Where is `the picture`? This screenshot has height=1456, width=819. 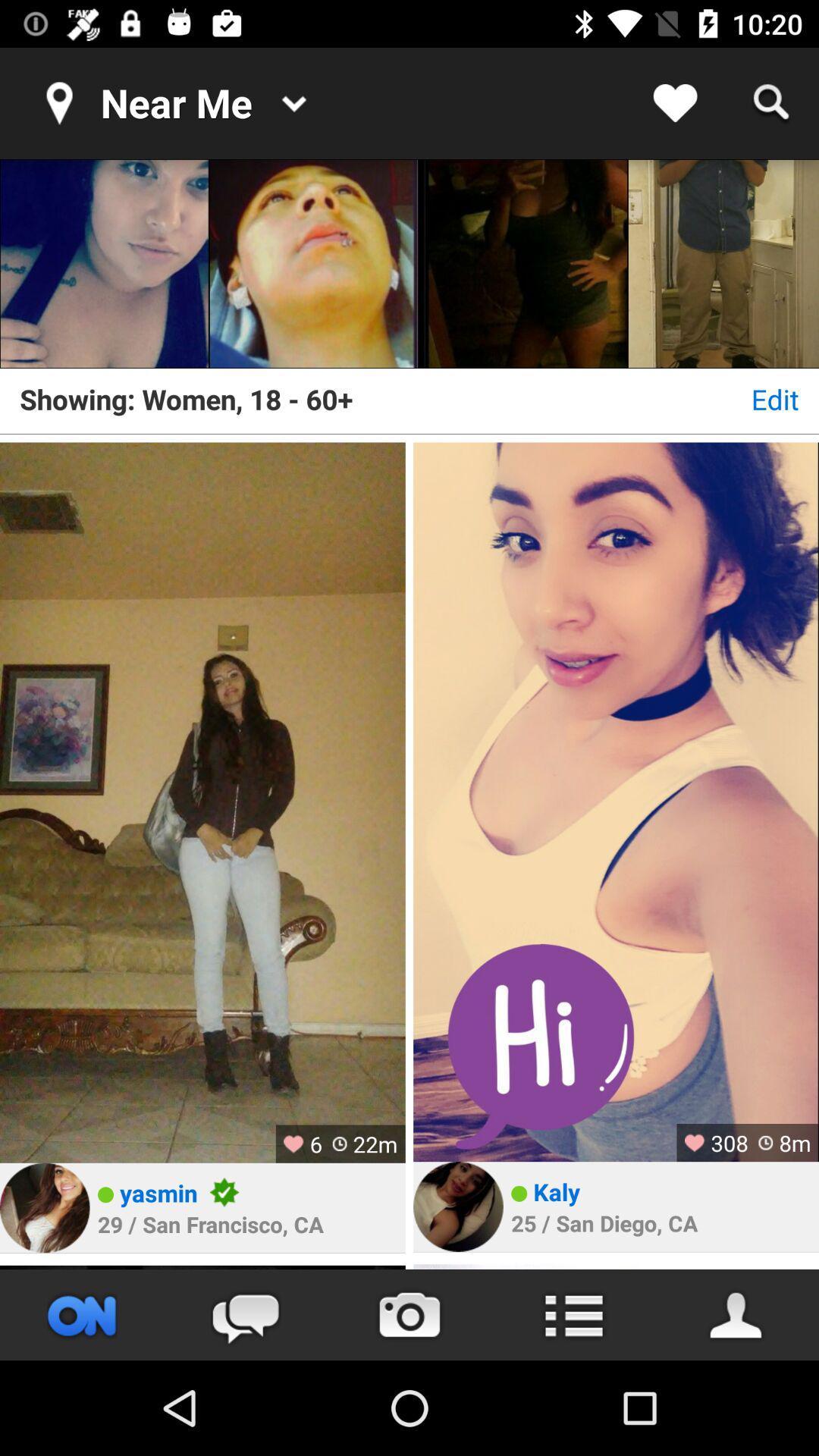 the picture is located at coordinates (522, 263).